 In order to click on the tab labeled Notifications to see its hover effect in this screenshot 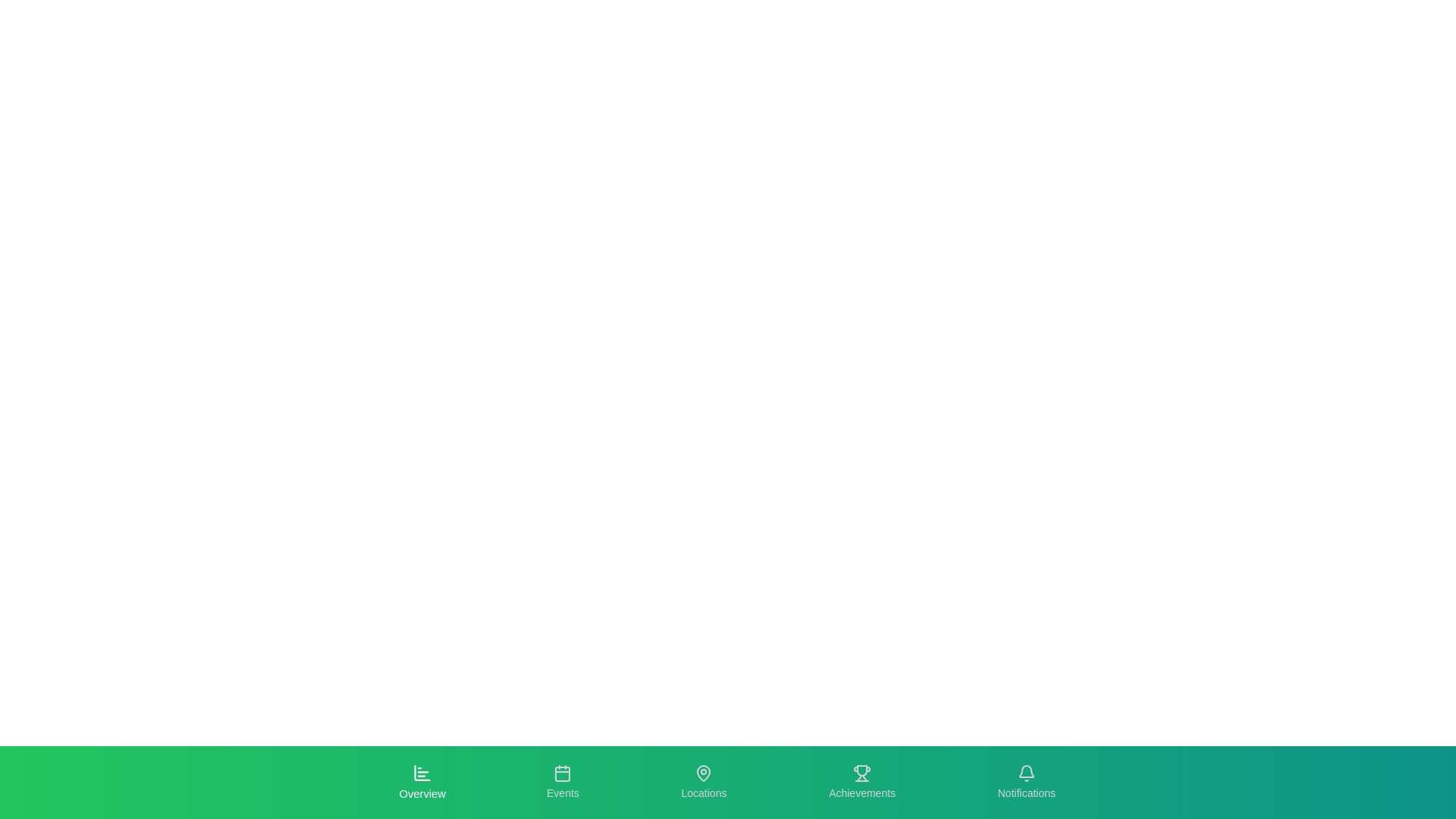, I will do `click(1026, 783)`.